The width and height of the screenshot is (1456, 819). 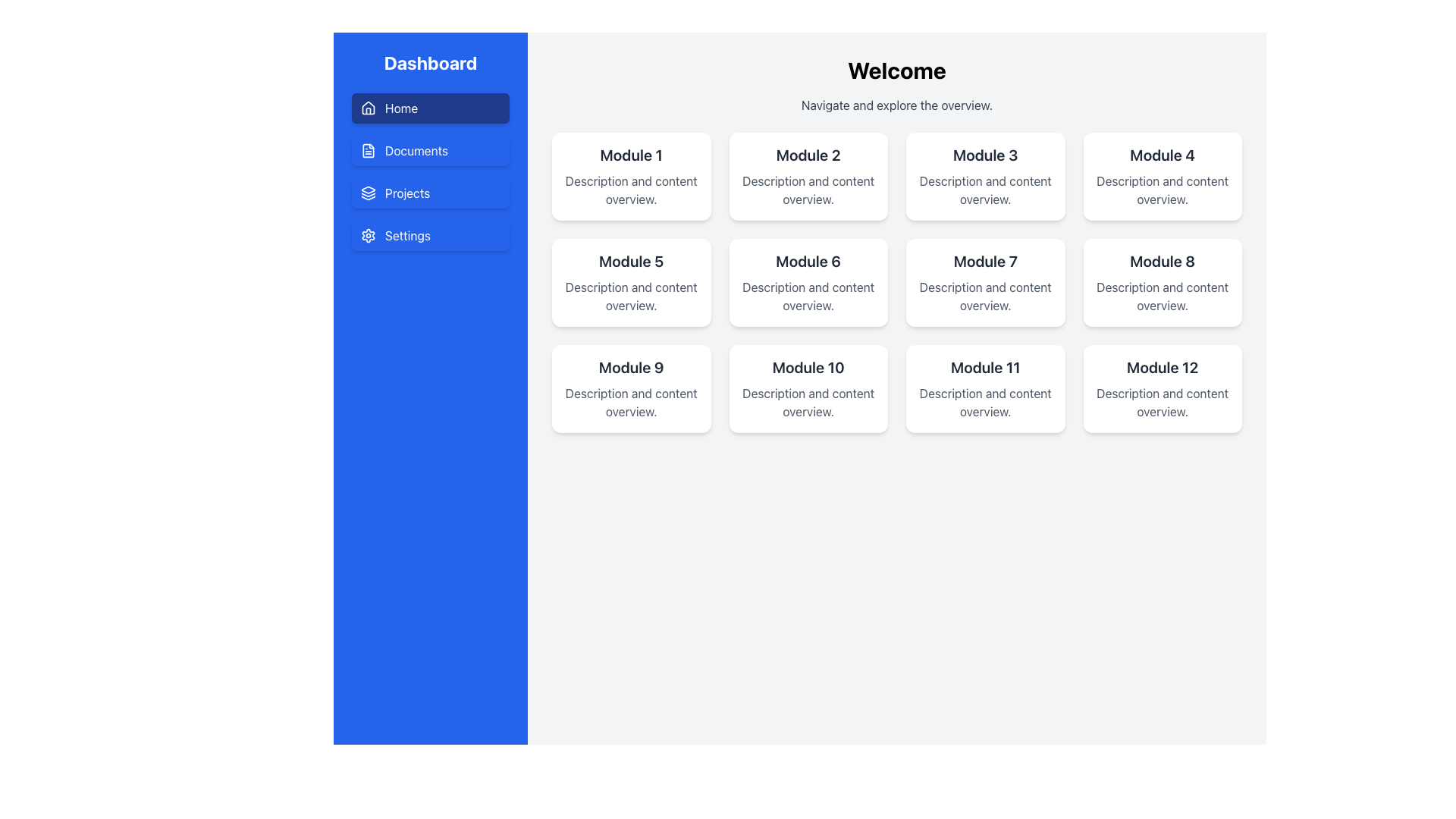 What do you see at coordinates (985, 402) in the screenshot?
I see `the text component styled in medium gray font that features the text 'Description and content overview.' located as the secondary content in the Module 11 card` at bounding box center [985, 402].